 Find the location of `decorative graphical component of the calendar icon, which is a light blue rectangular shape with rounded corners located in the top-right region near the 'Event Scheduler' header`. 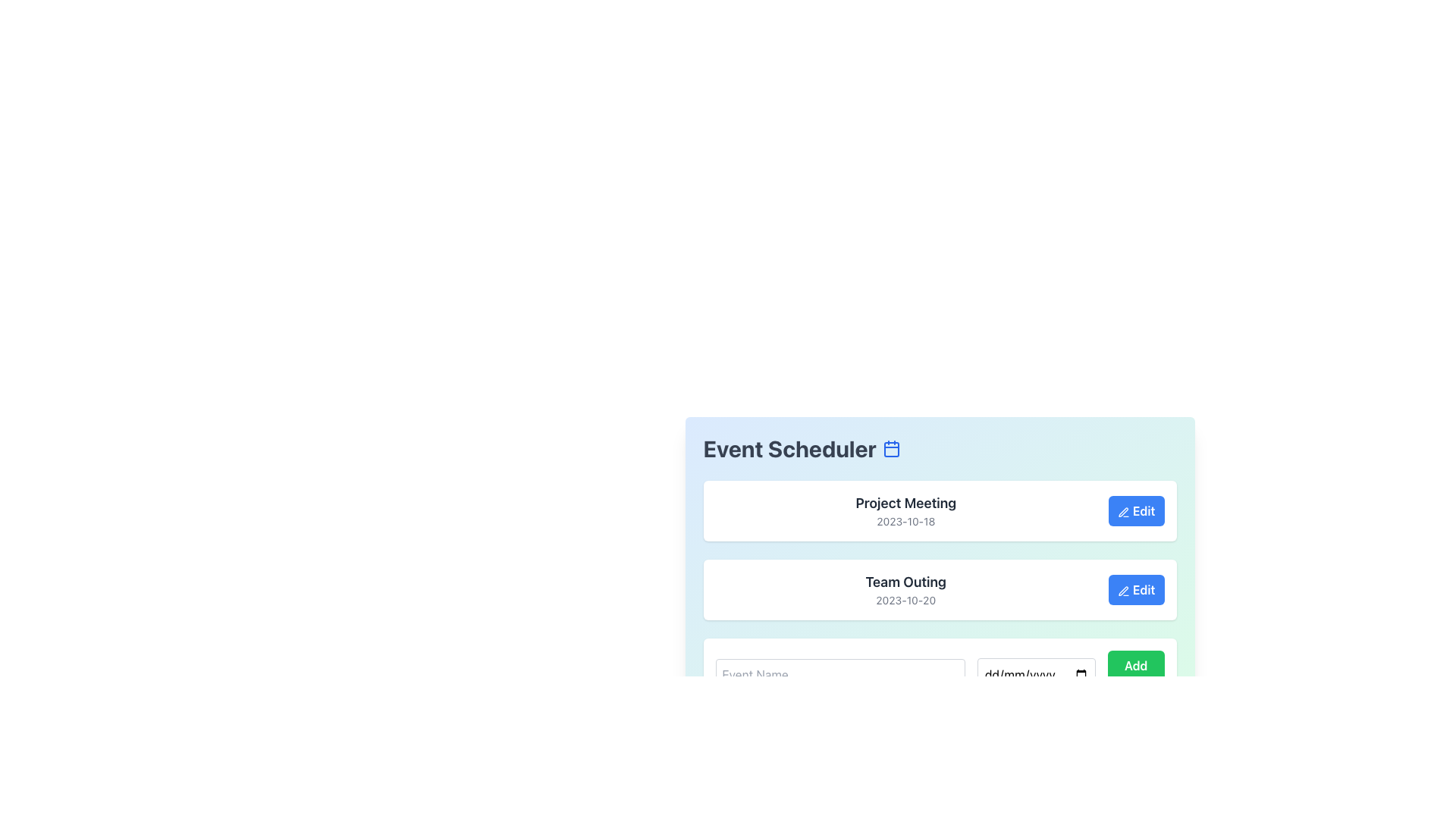

decorative graphical component of the calendar icon, which is a light blue rectangular shape with rounded corners located in the top-right region near the 'Event Scheduler' header is located at coordinates (892, 449).